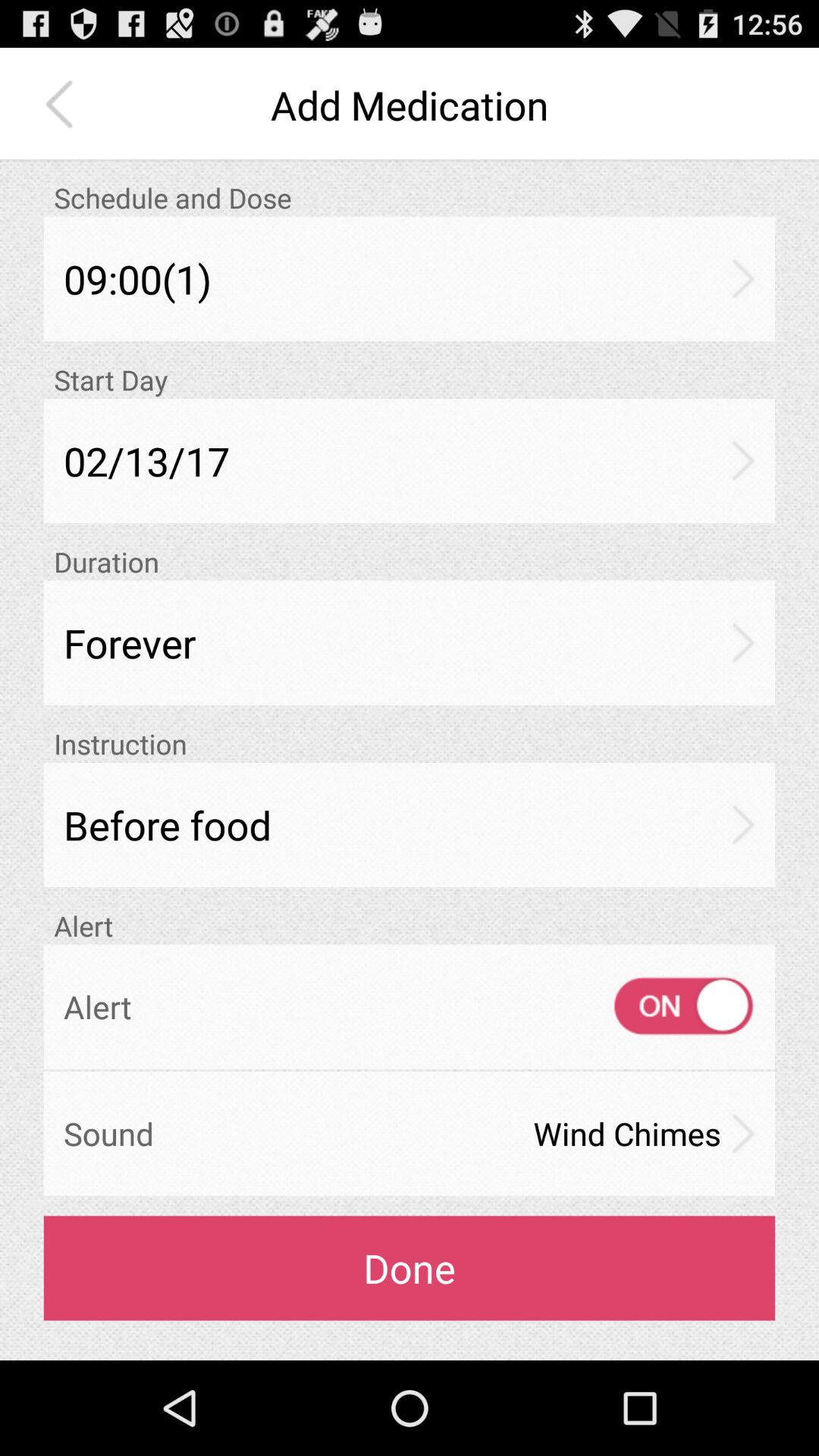 The height and width of the screenshot is (1456, 819). I want to click on the 09:00(1) item, so click(409, 278).